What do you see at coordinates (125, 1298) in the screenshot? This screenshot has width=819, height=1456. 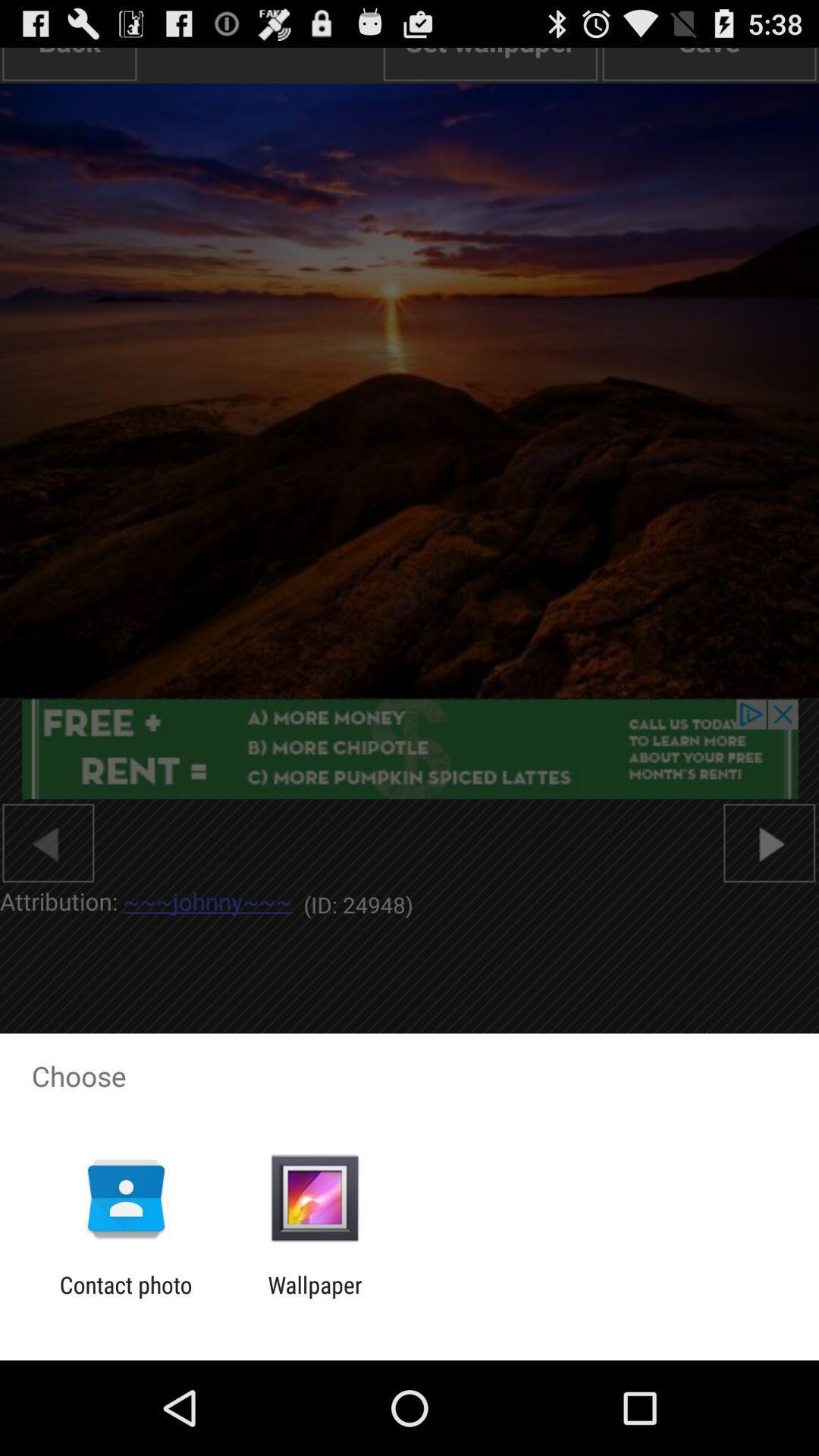 I see `the app to the left of wallpaper app` at bounding box center [125, 1298].